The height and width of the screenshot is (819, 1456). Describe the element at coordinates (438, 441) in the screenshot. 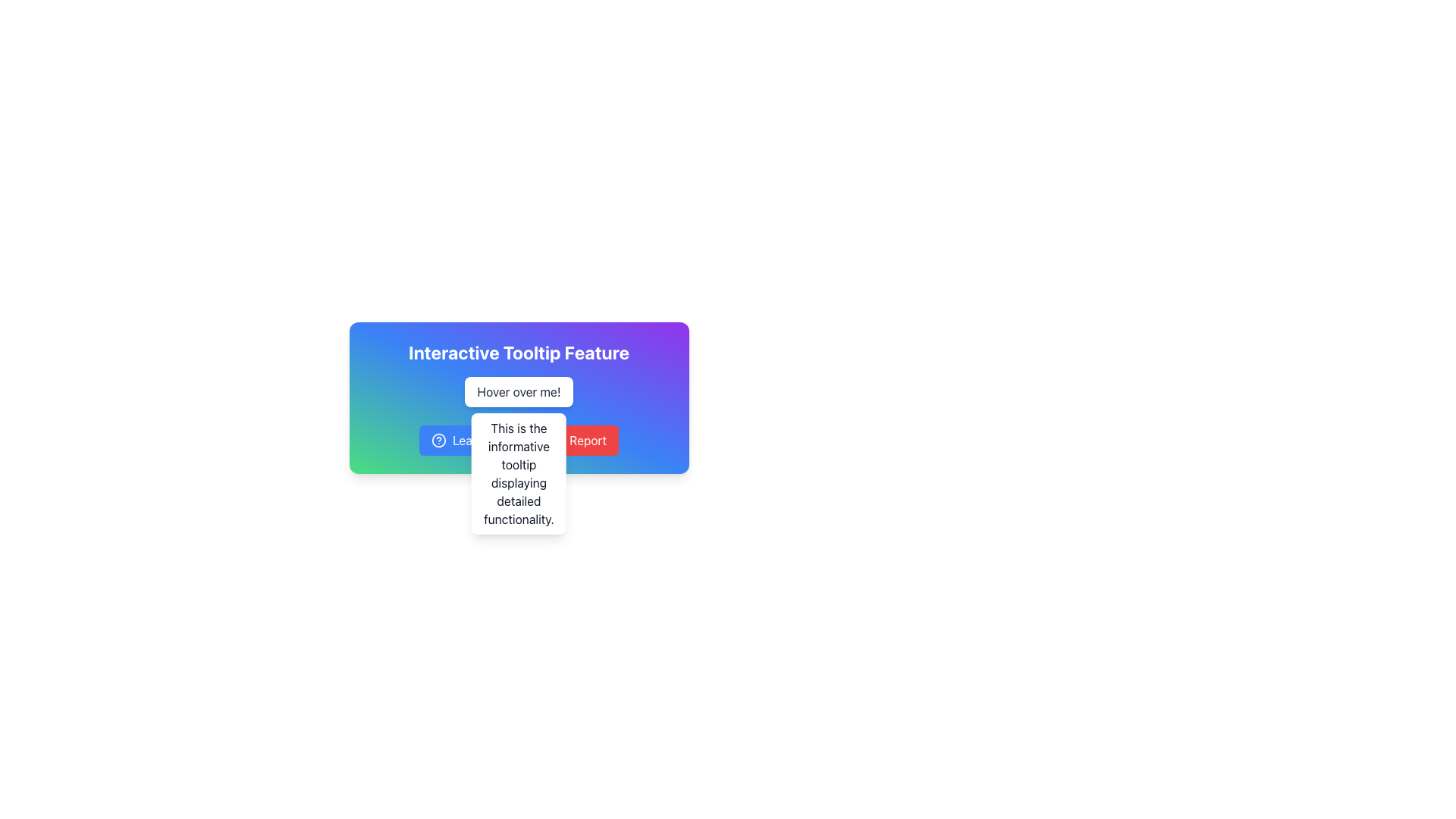

I see `SVG Circle element located at the bottom-left corner of the tooltip component, which is part of an icon next to the 'Learn More' and 'Report' buttons, using developer tools` at that location.